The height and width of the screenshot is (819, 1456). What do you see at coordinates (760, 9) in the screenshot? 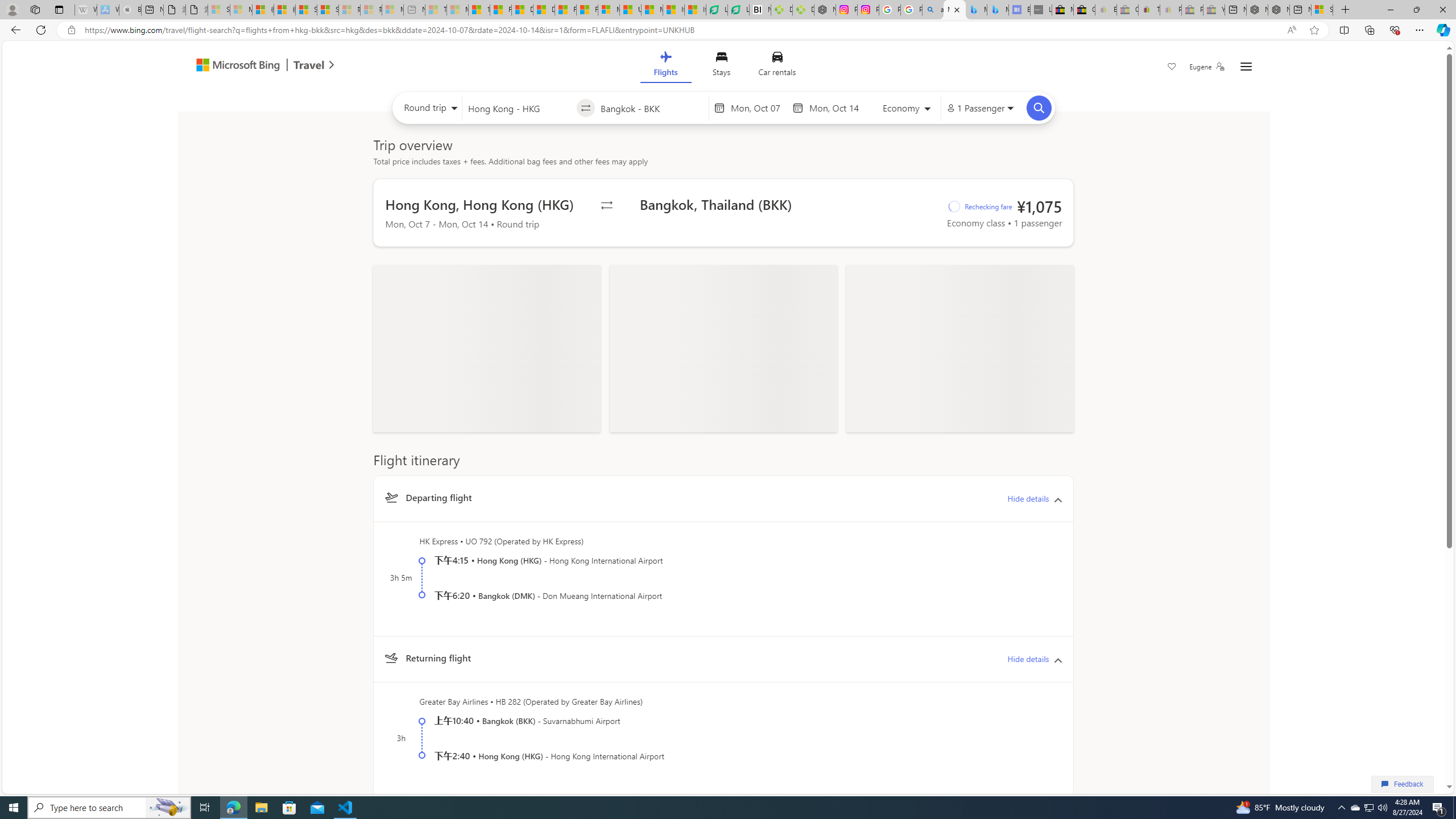
I see `'Nvidia va a poner a prueba la paciencia de los inversores'` at bounding box center [760, 9].